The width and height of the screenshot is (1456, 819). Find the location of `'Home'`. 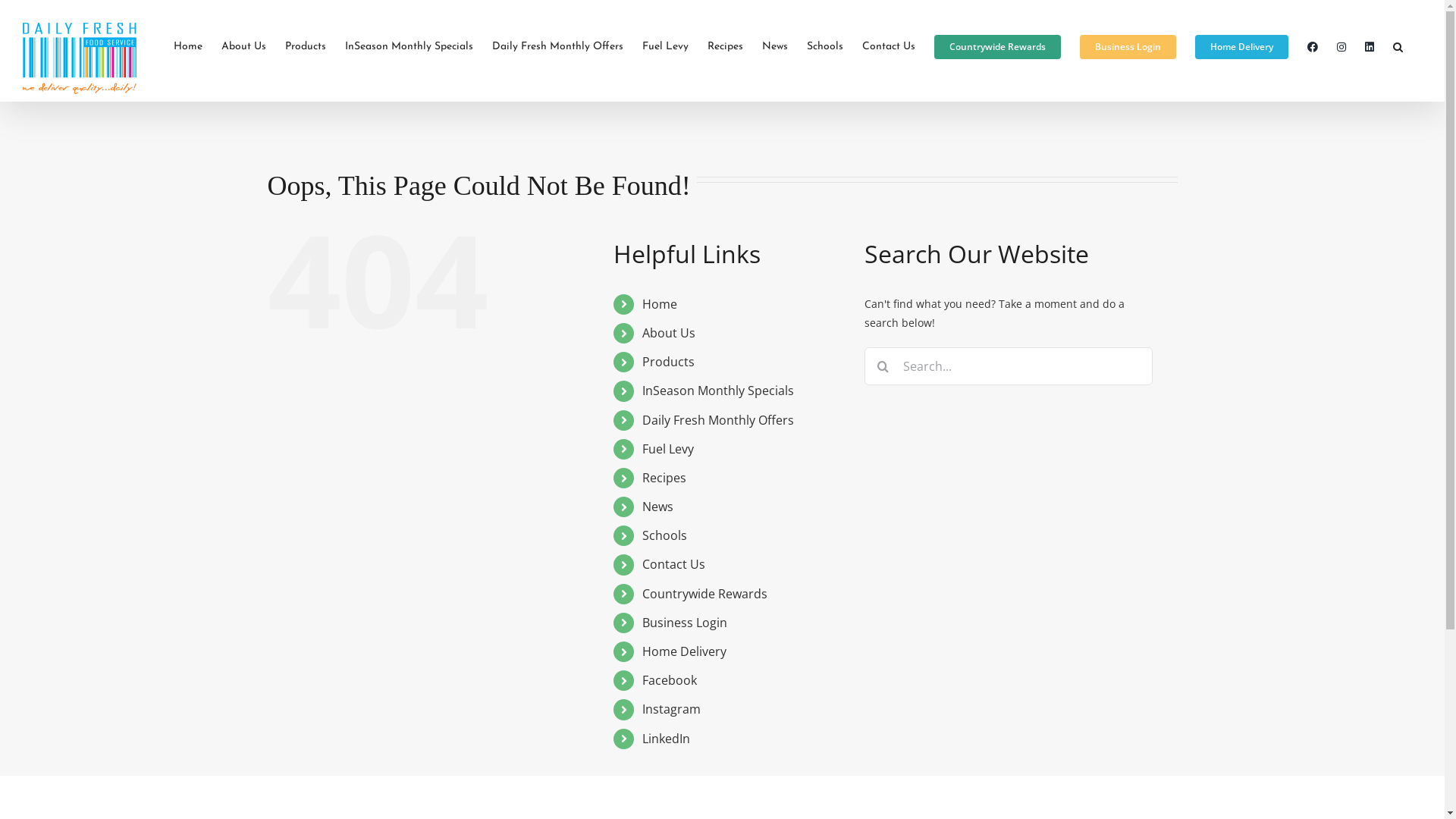

'Home' is located at coordinates (659, 304).